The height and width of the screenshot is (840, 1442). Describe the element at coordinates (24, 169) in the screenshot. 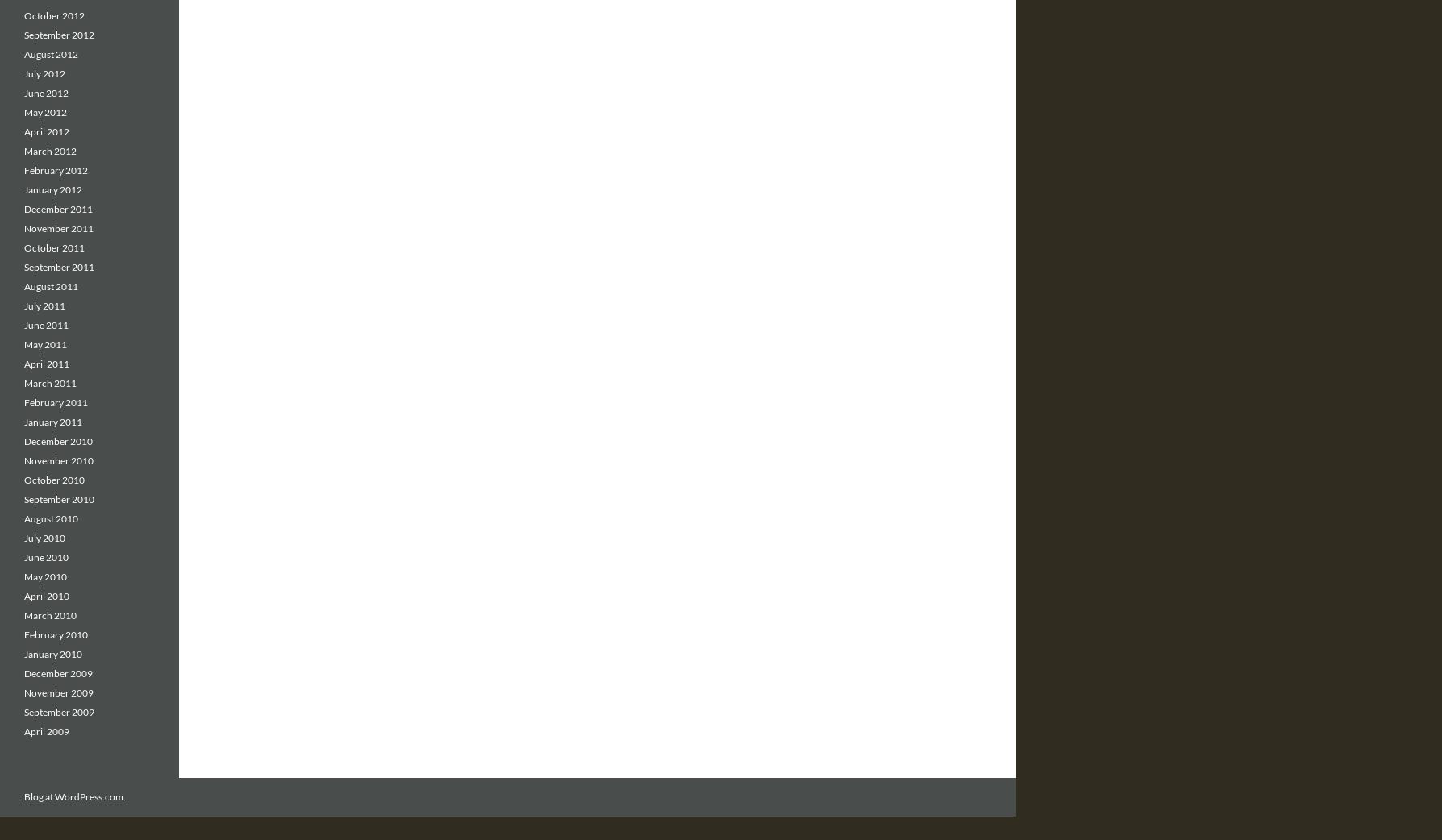

I see `'February 2012'` at that location.